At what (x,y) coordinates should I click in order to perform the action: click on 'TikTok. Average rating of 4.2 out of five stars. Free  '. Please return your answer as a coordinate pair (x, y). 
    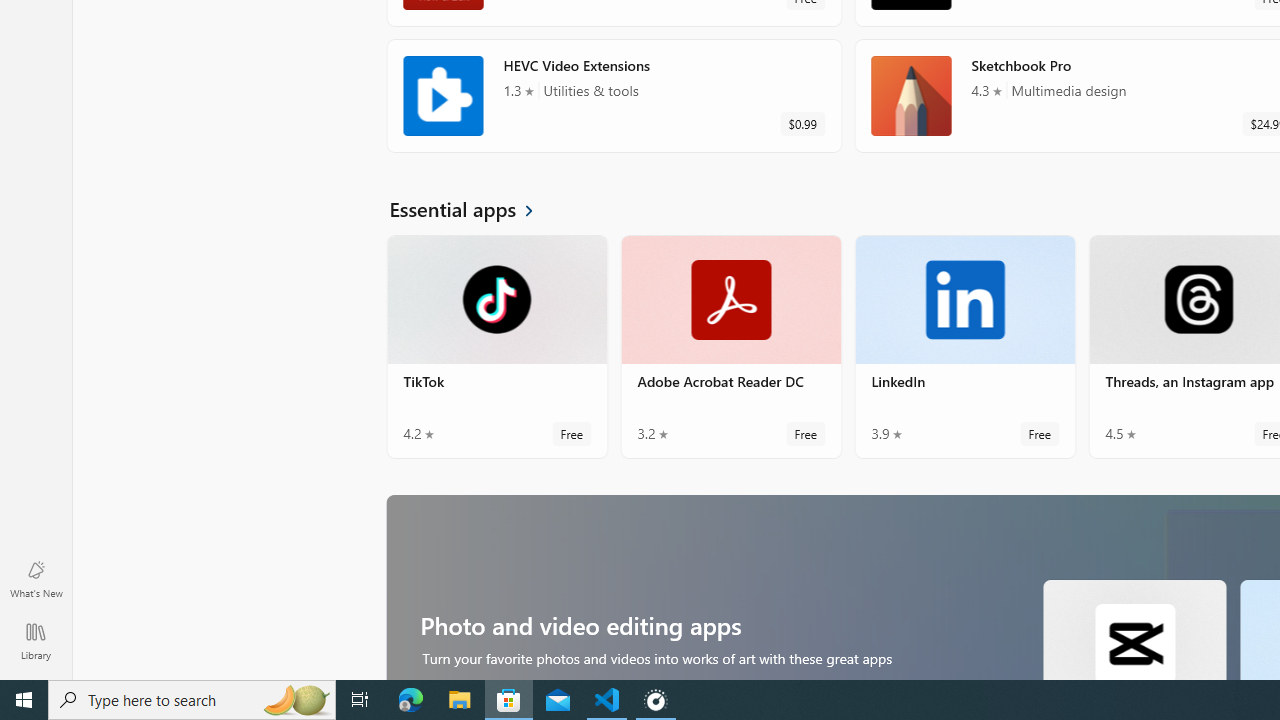
    Looking at the image, I should click on (497, 346).